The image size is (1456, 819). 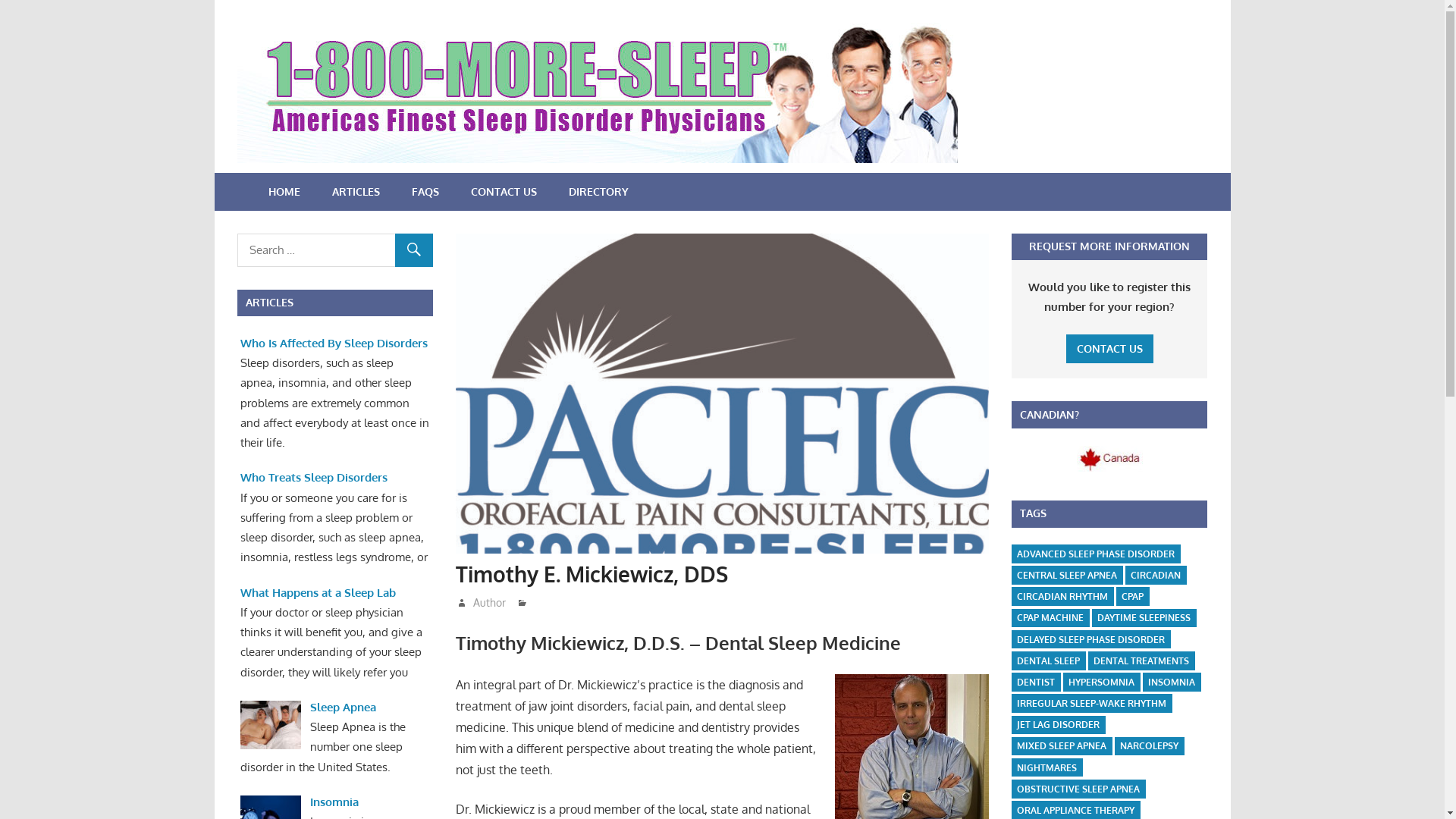 I want to click on 'DENTAL SLEEP', so click(x=1047, y=660).